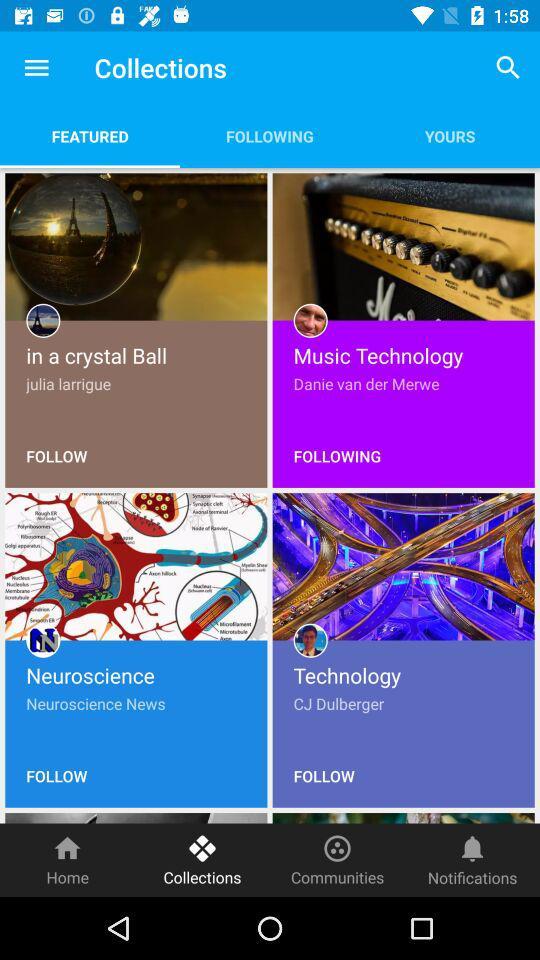  I want to click on the item next to collections item, so click(36, 68).